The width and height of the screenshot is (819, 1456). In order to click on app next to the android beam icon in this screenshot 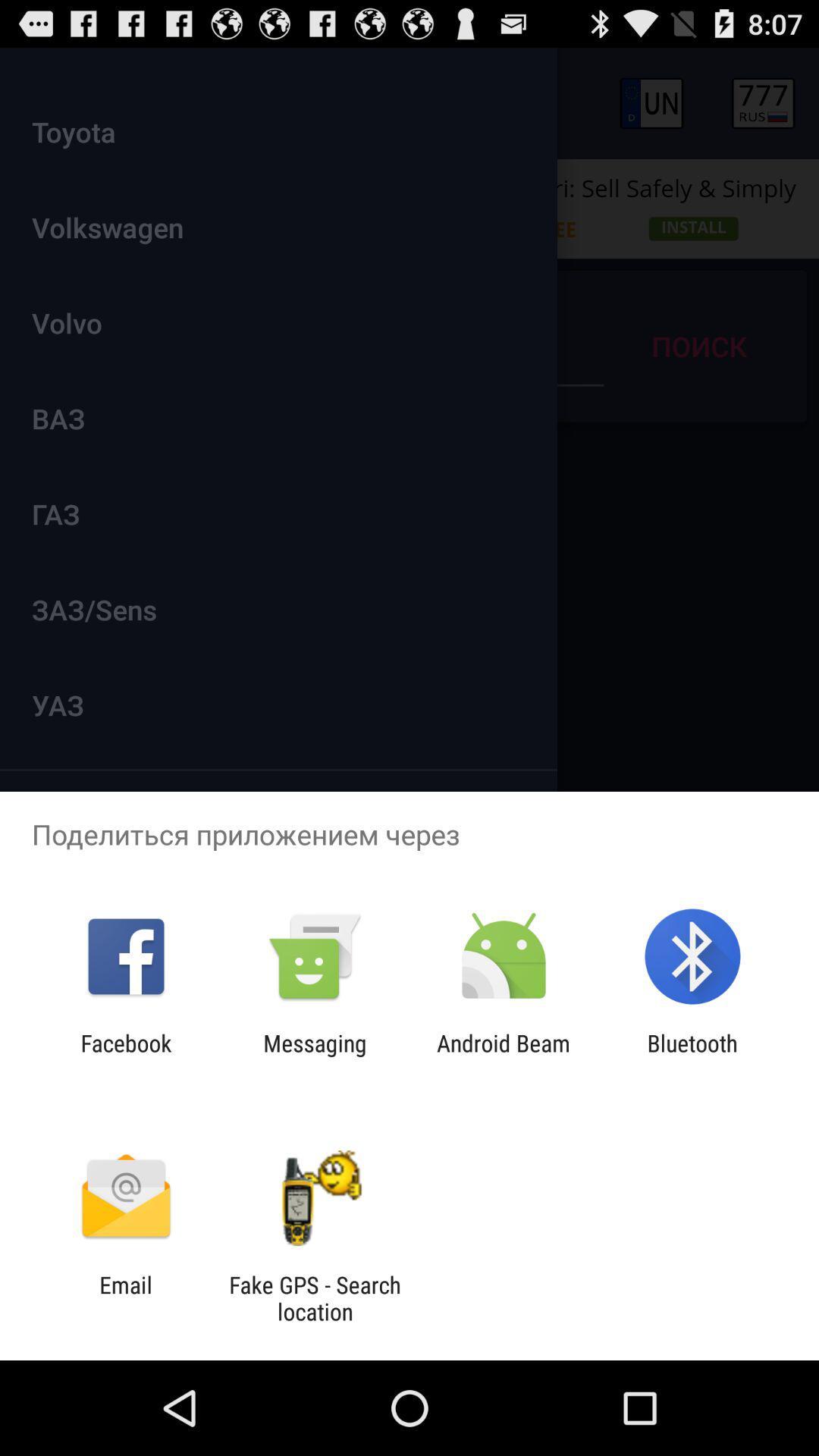, I will do `click(314, 1056)`.